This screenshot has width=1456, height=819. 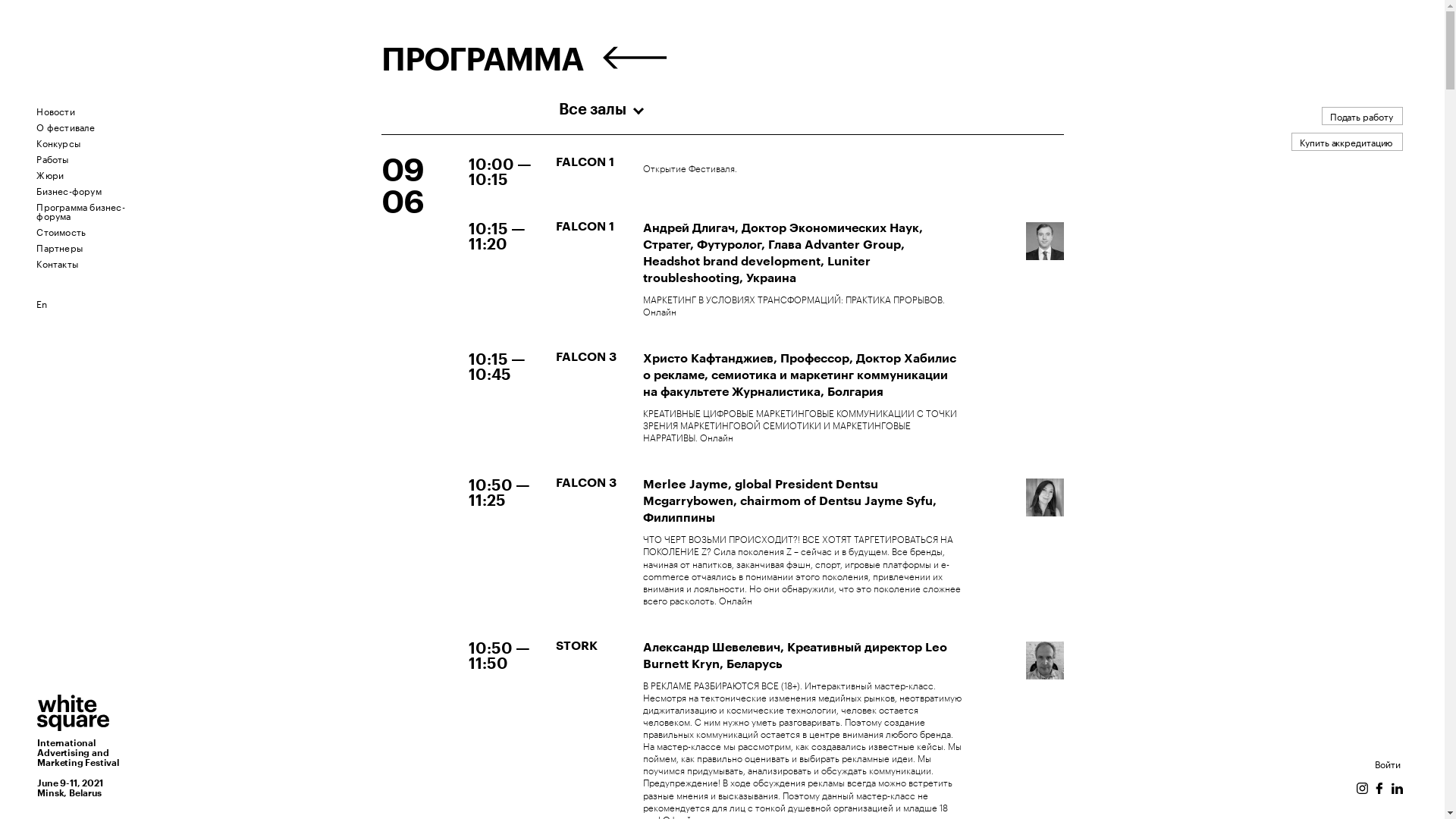 What do you see at coordinates (41, 303) in the screenshot?
I see `'En'` at bounding box center [41, 303].